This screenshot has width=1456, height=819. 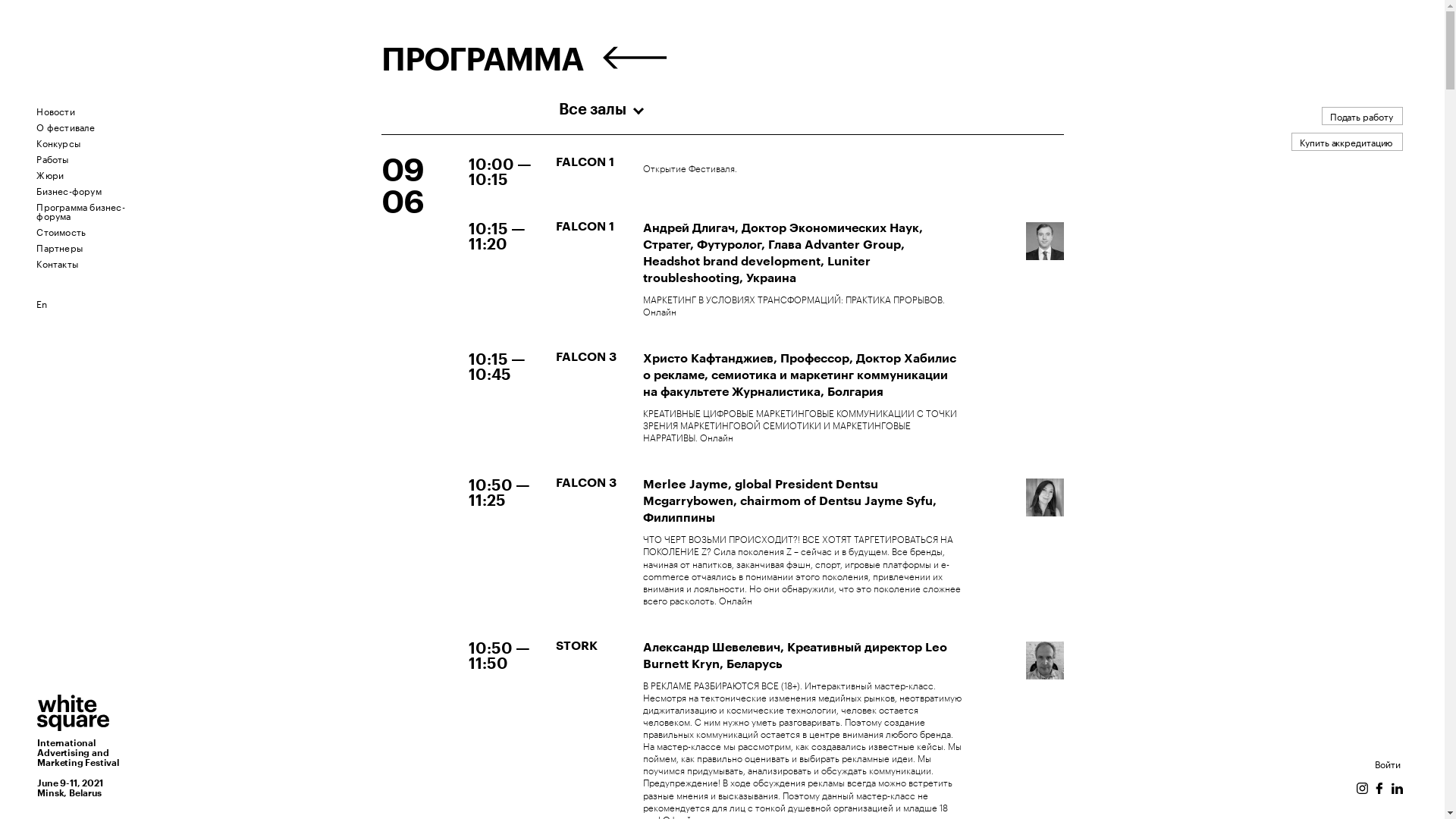 What do you see at coordinates (41, 303) in the screenshot?
I see `'En'` at bounding box center [41, 303].